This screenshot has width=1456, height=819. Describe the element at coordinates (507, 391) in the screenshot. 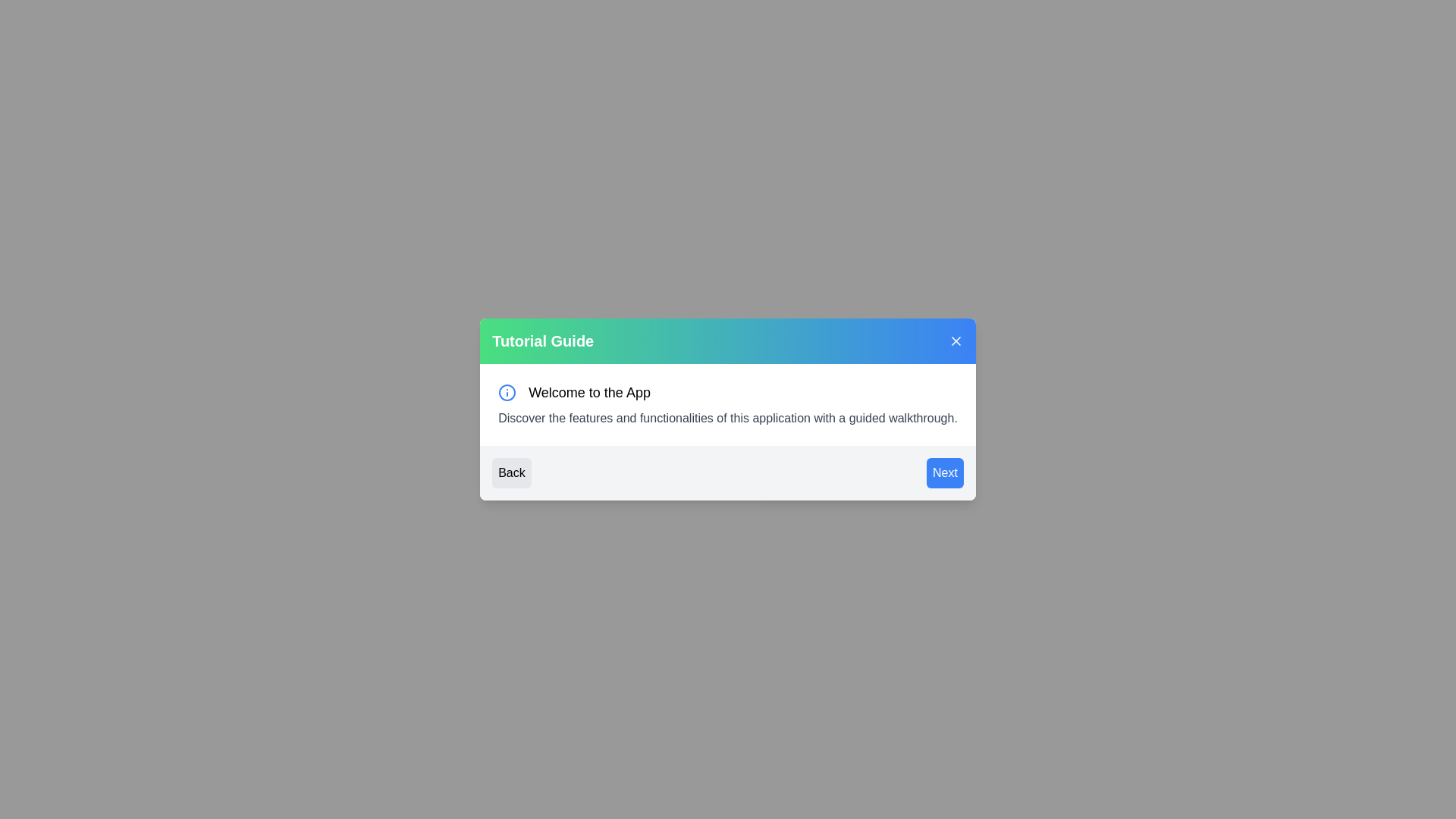

I see `the circular 'info' icon with a blue stroke and white fill, located to the left of the 'Welcome to the App' text in the modal dialog box` at that location.